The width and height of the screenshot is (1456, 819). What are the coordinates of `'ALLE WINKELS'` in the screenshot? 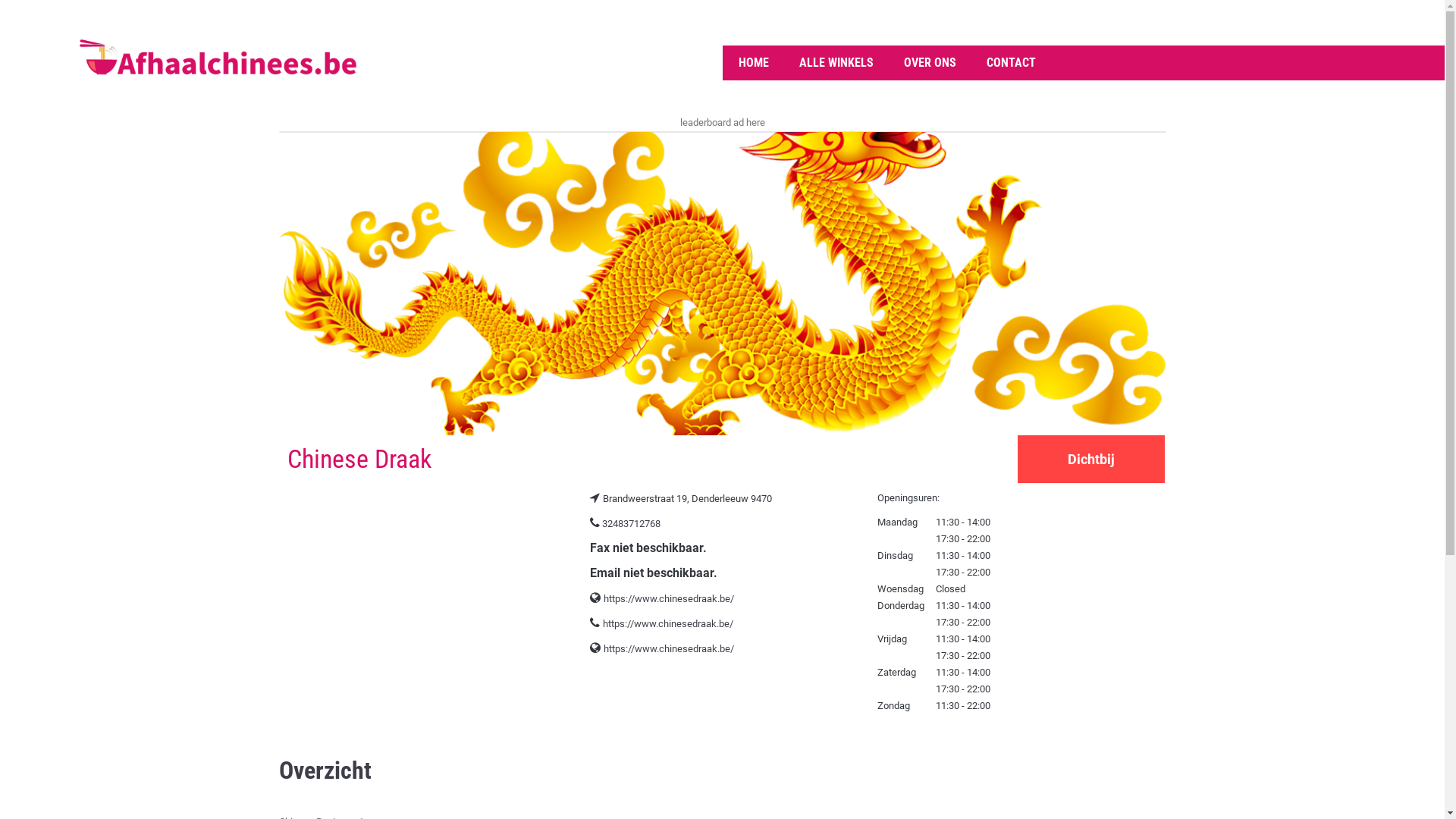 It's located at (836, 62).